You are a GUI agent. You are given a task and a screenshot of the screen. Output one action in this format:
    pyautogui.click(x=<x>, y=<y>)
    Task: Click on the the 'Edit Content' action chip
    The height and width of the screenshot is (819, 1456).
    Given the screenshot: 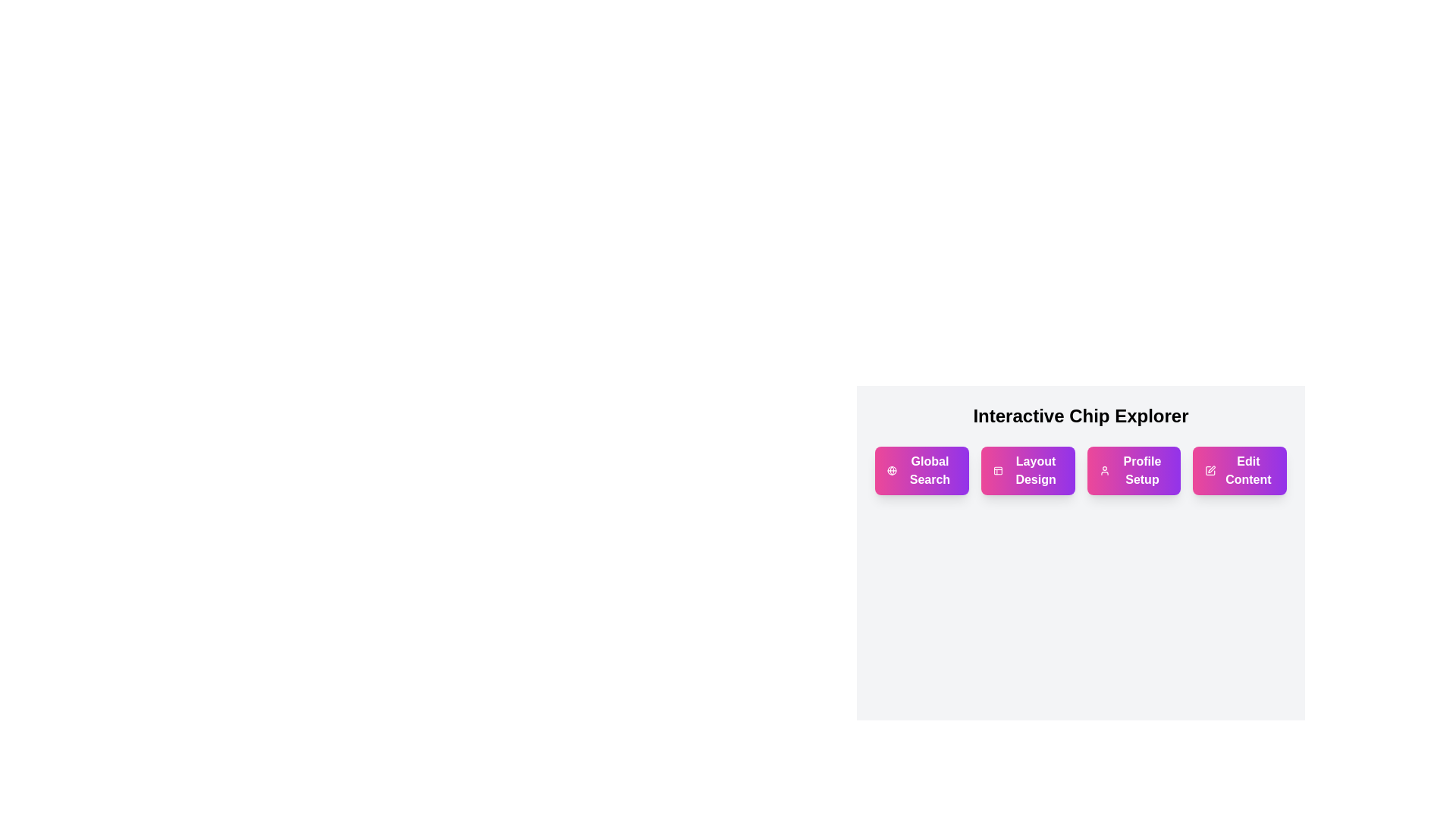 What is the action you would take?
    pyautogui.click(x=1240, y=470)
    